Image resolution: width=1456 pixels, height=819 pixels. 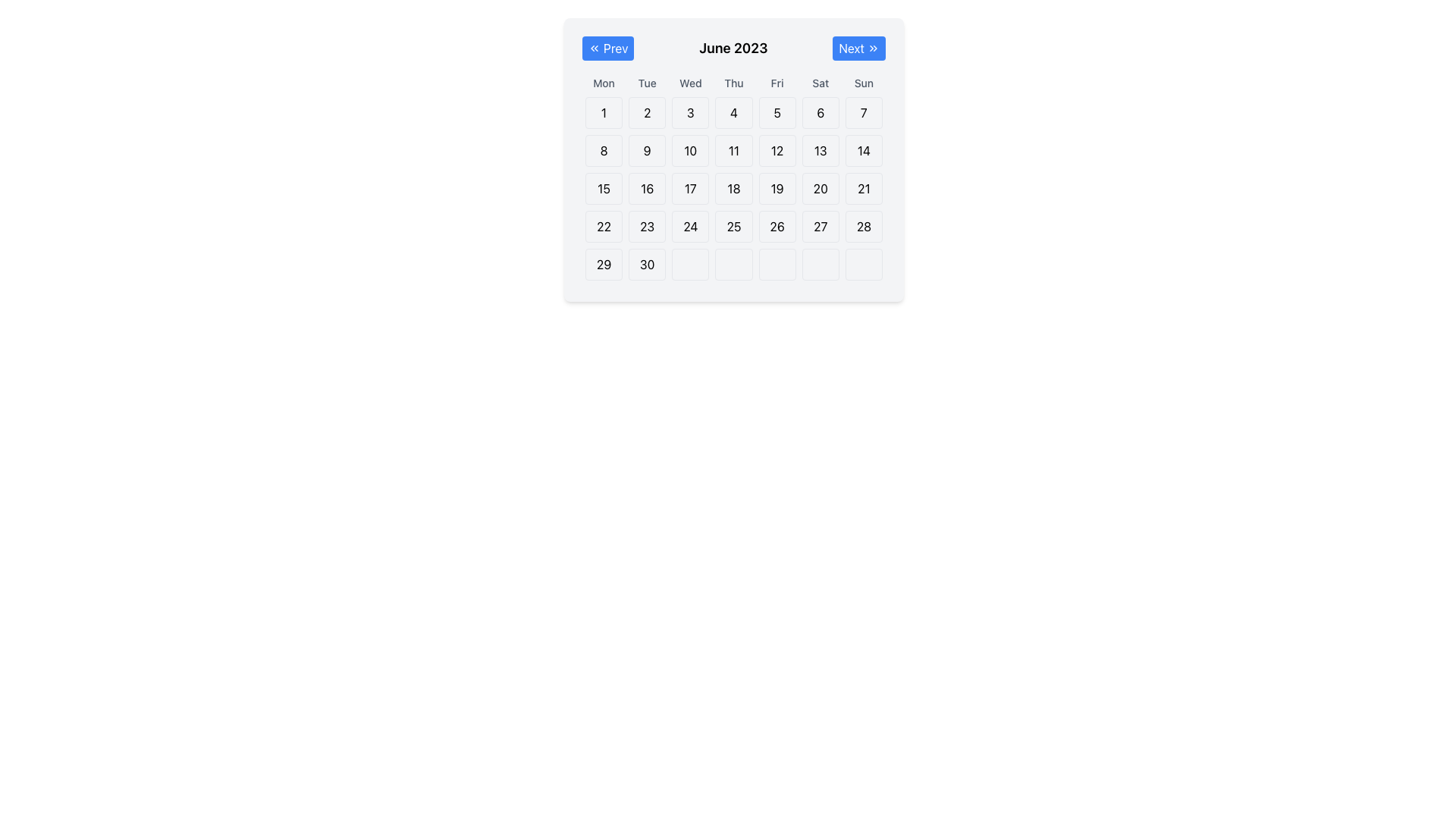 What do you see at coordinates (777, 188) in the screenshot?
I see `the square-shaped button labeled '19' with a light gray background and rounded corners` at bounding box center [777, 188].